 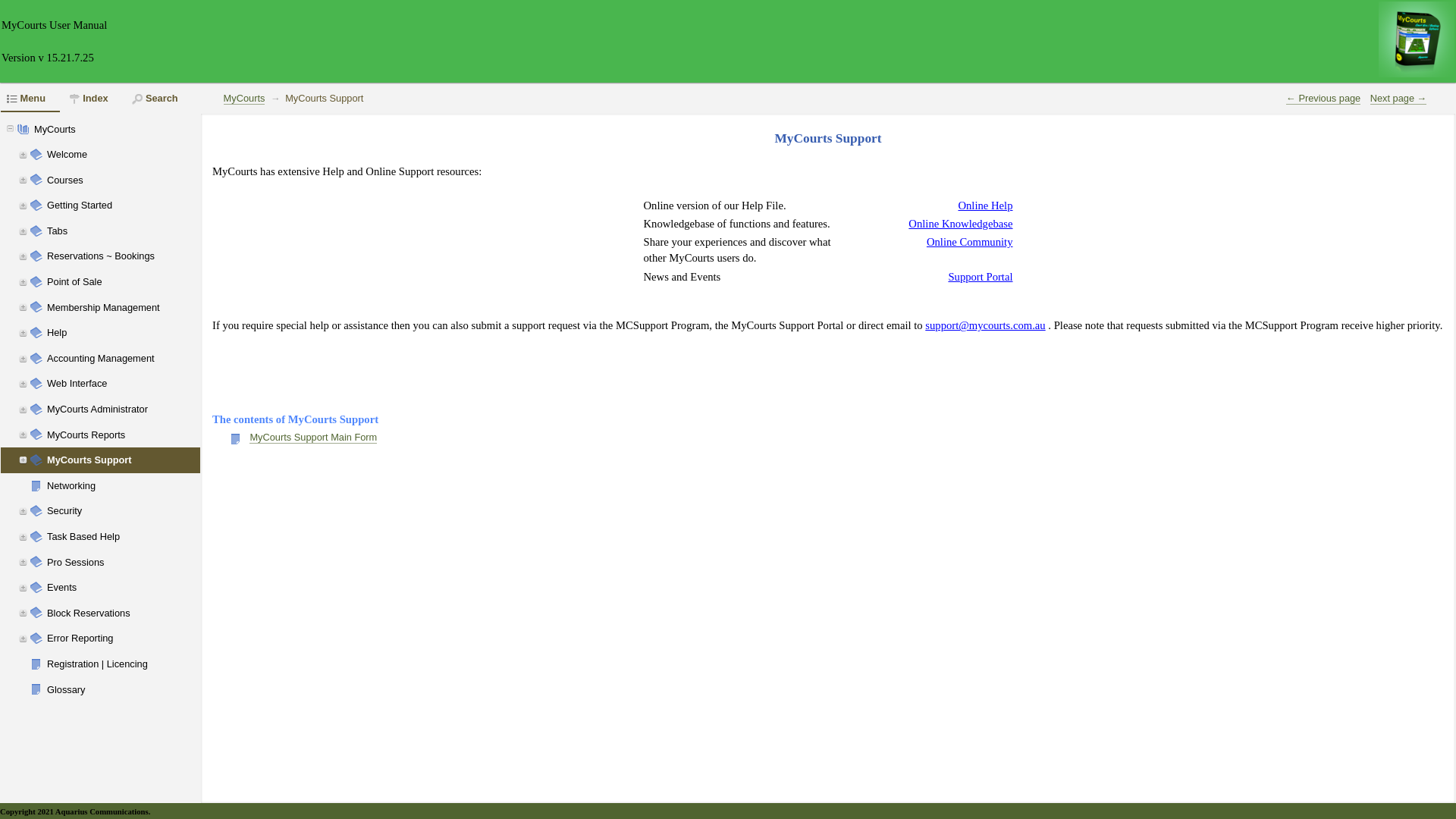 I want to click on 'Online Knowledgebase', so click(x=959, y=224).